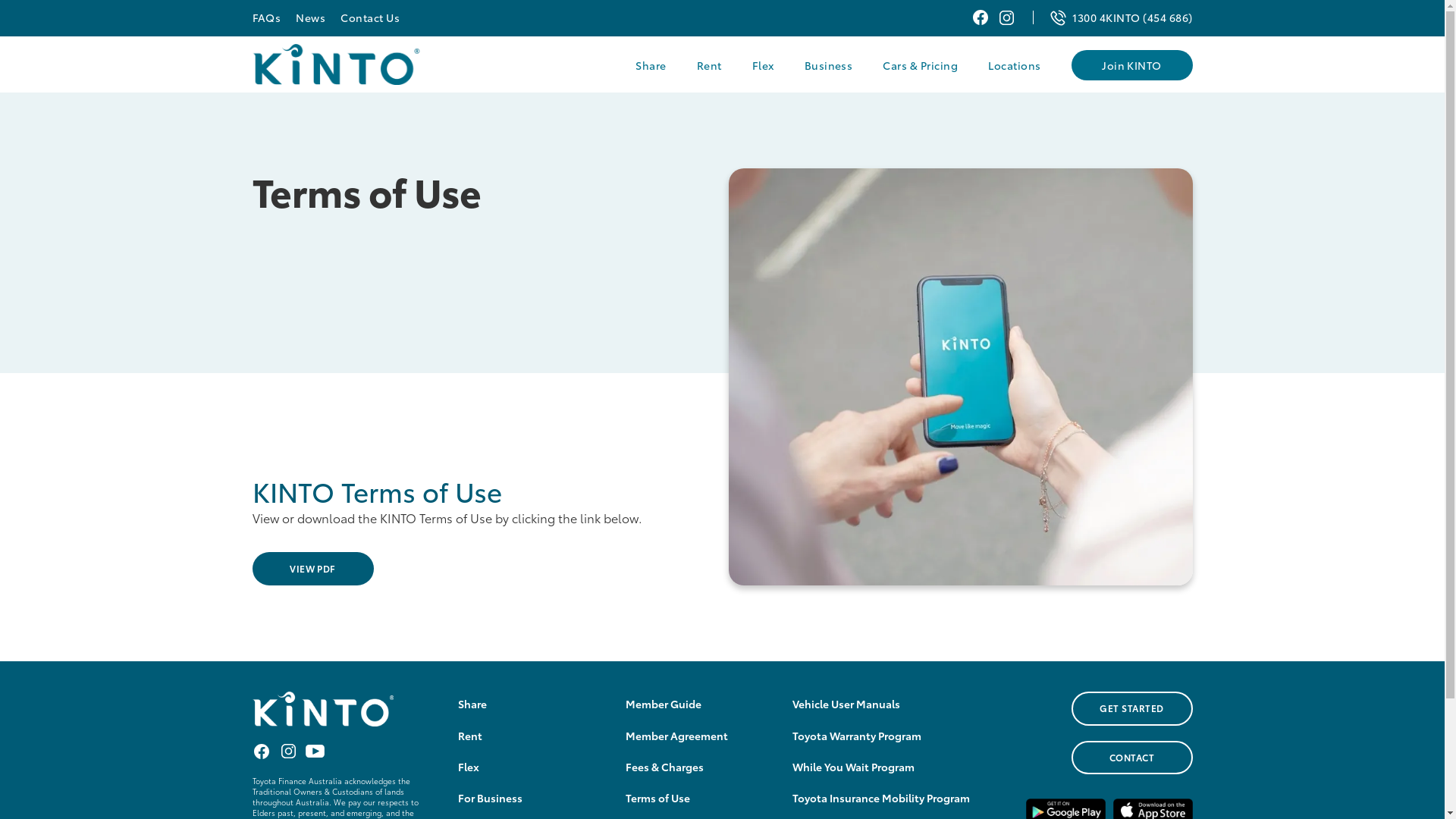  I want to click on '1300 4KINTO (454 686)', so click(1131, 17).